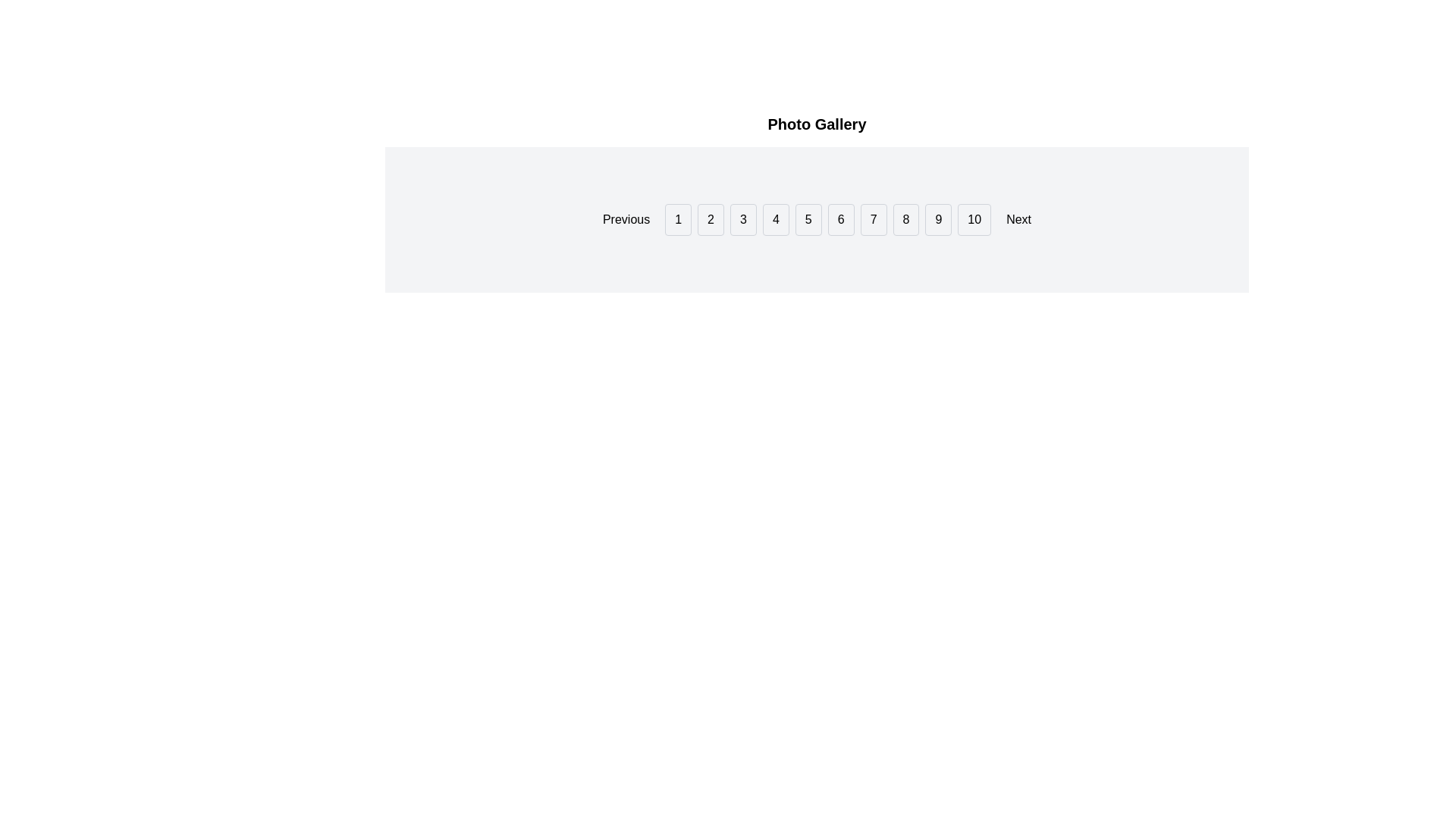 Image resolution: width=1456 pixels, height=819 pixels. I want to click on the rectangular button with a light gray background and black text displaying the number '2', so click(710, 219).